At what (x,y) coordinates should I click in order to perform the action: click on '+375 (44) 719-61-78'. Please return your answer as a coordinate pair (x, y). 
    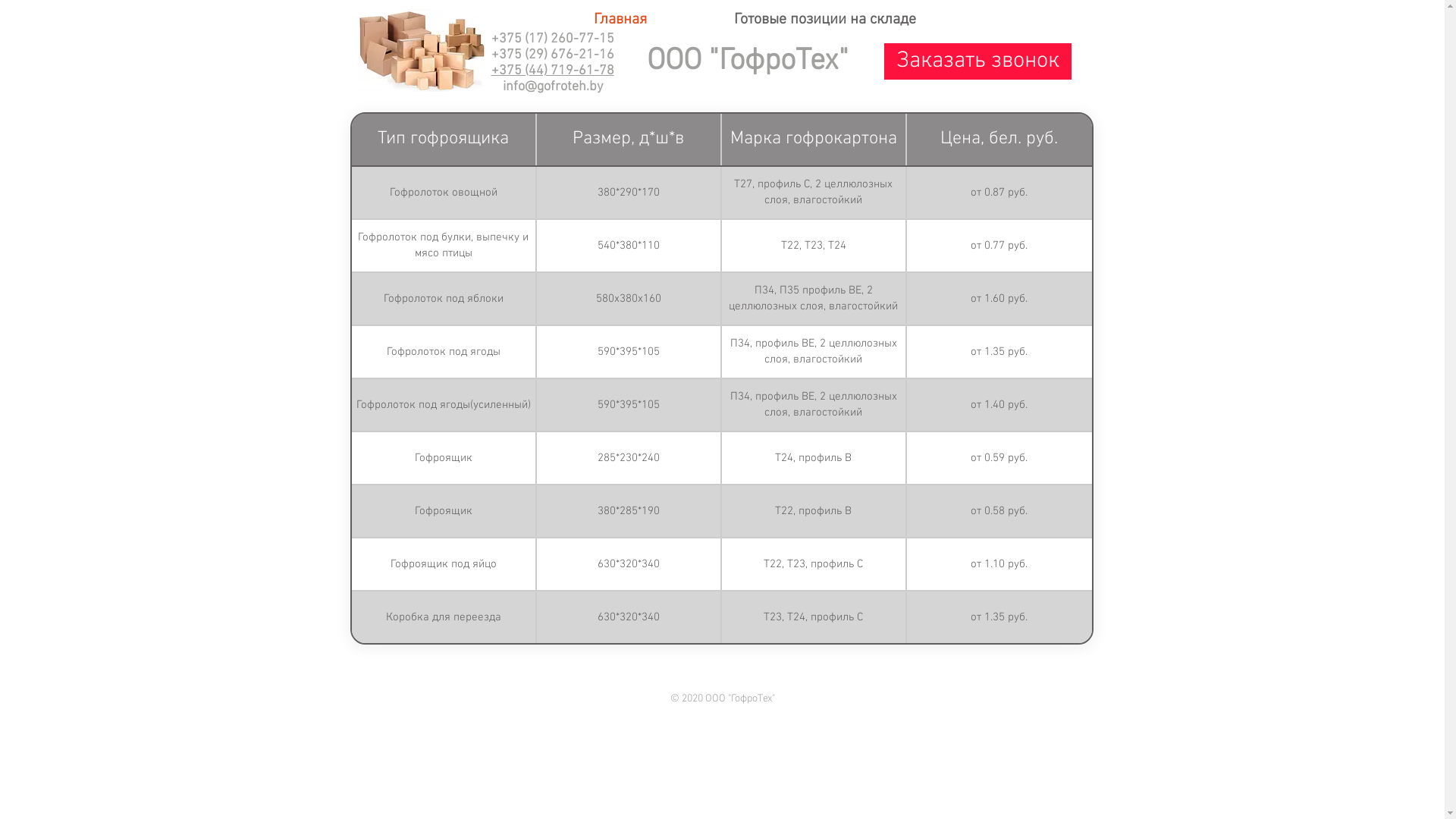
    Looking at the image, I should click on (491, 71).